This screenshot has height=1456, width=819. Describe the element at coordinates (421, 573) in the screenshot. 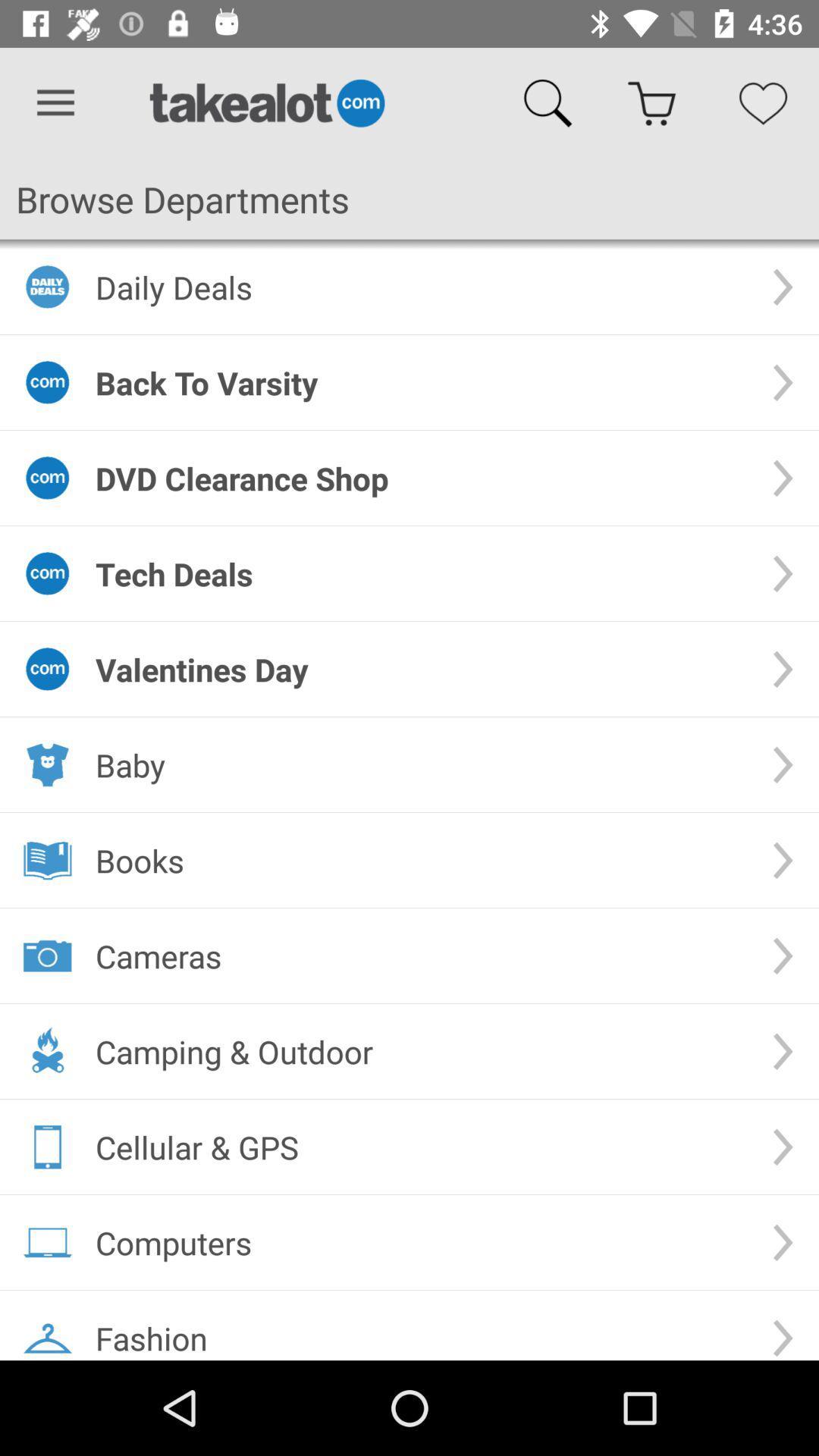

I see `the tech deals item` at that location.